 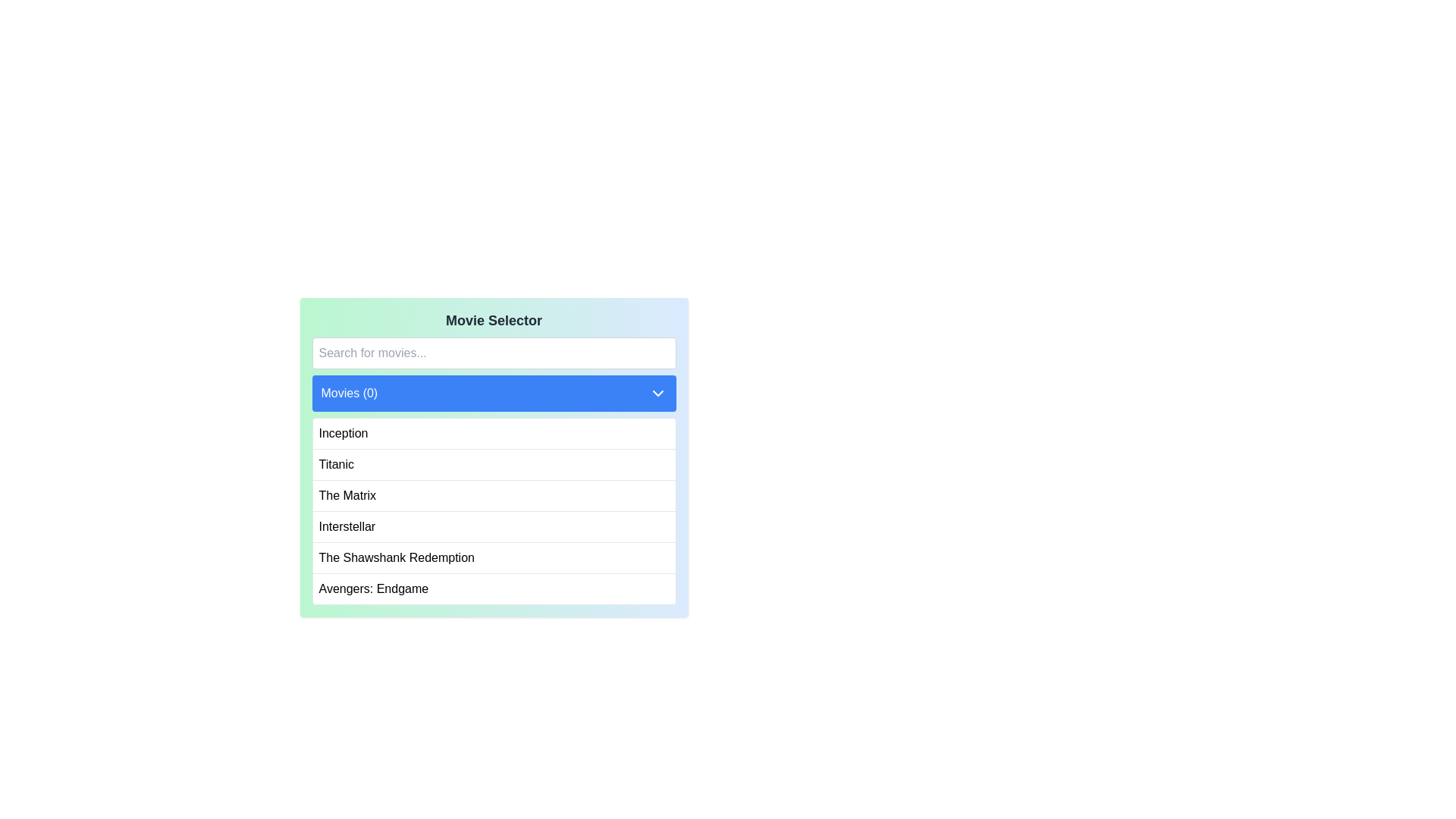 I want to click on the downward-pointing chevron icon located at the far right end of the 'Movies (0)' button, so click(x=657, y=393).